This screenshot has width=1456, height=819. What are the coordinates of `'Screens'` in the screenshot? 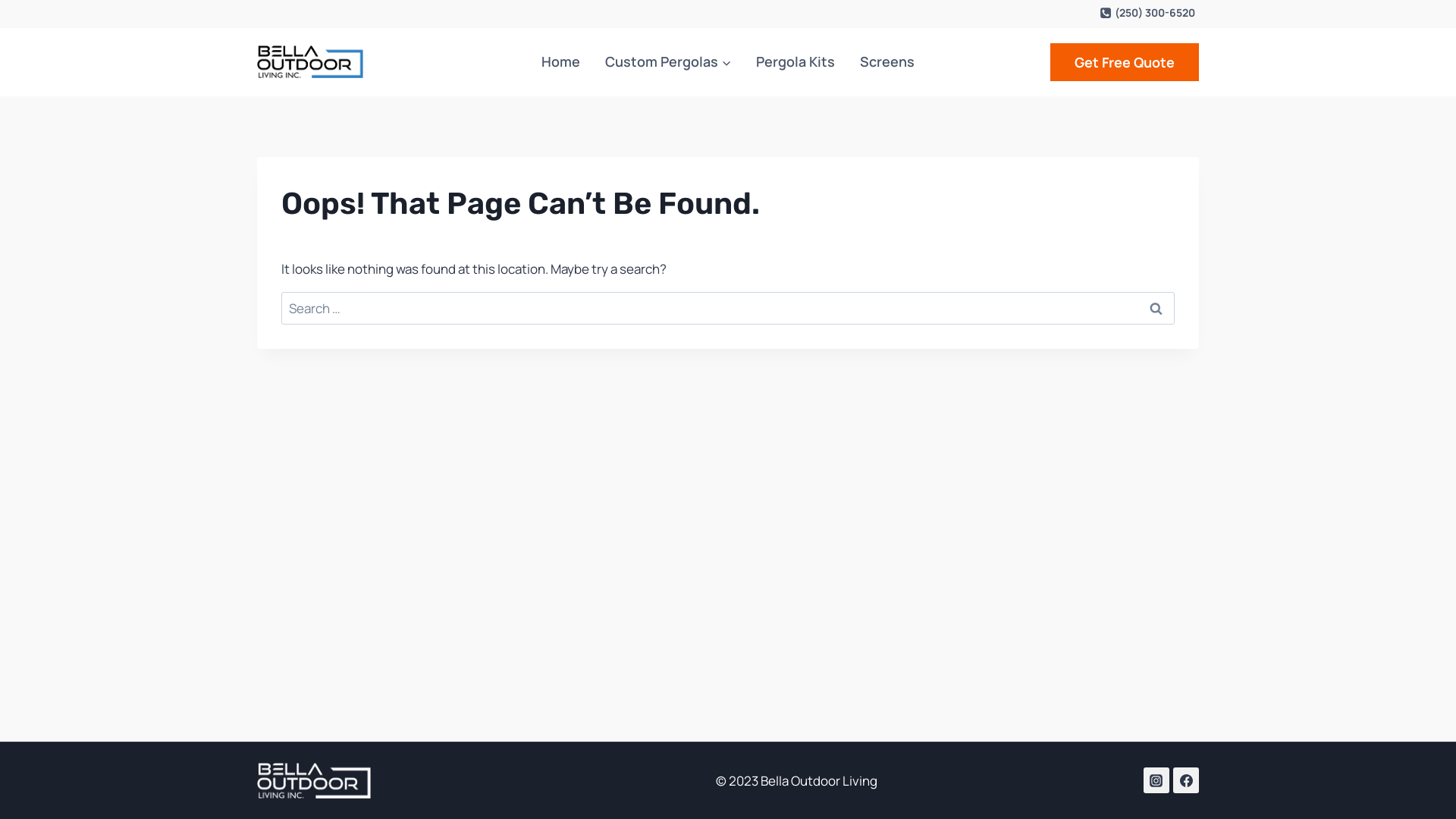 It's located at (886, 61).